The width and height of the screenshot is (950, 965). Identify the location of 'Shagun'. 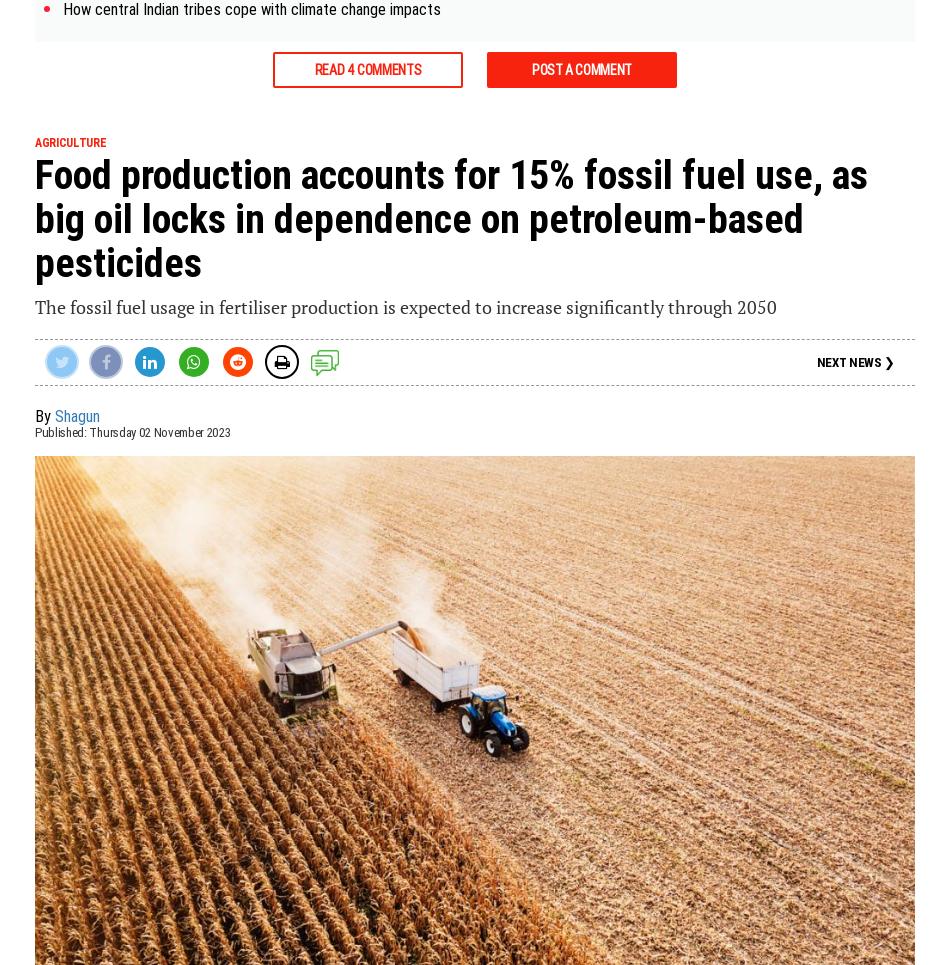
(77, 416).